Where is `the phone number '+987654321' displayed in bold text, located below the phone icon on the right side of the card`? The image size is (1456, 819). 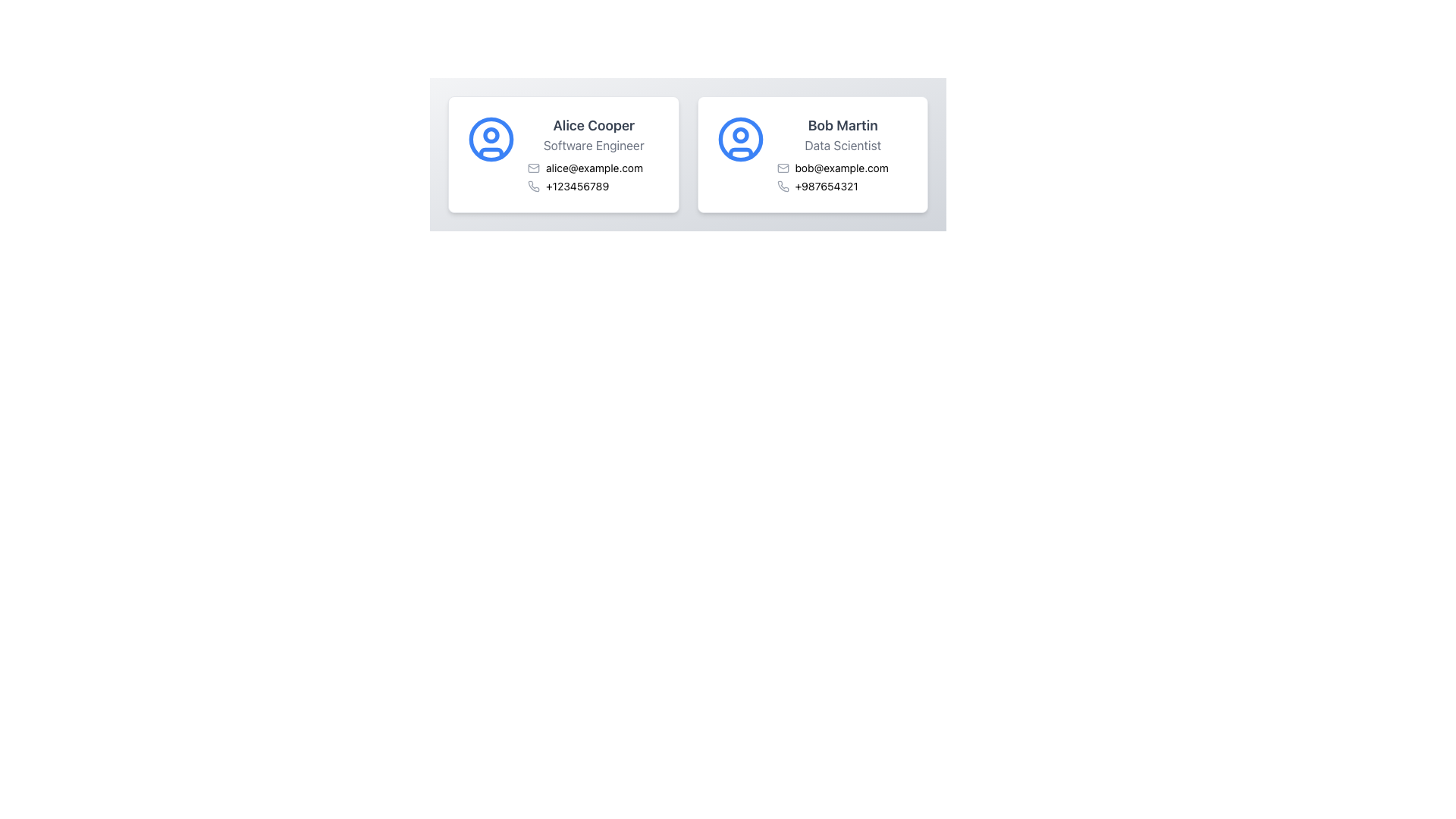 the phone number '+987654321' displayed in bold text, located below the phone icon on the right side of the card is located at coordinates (826, 186).